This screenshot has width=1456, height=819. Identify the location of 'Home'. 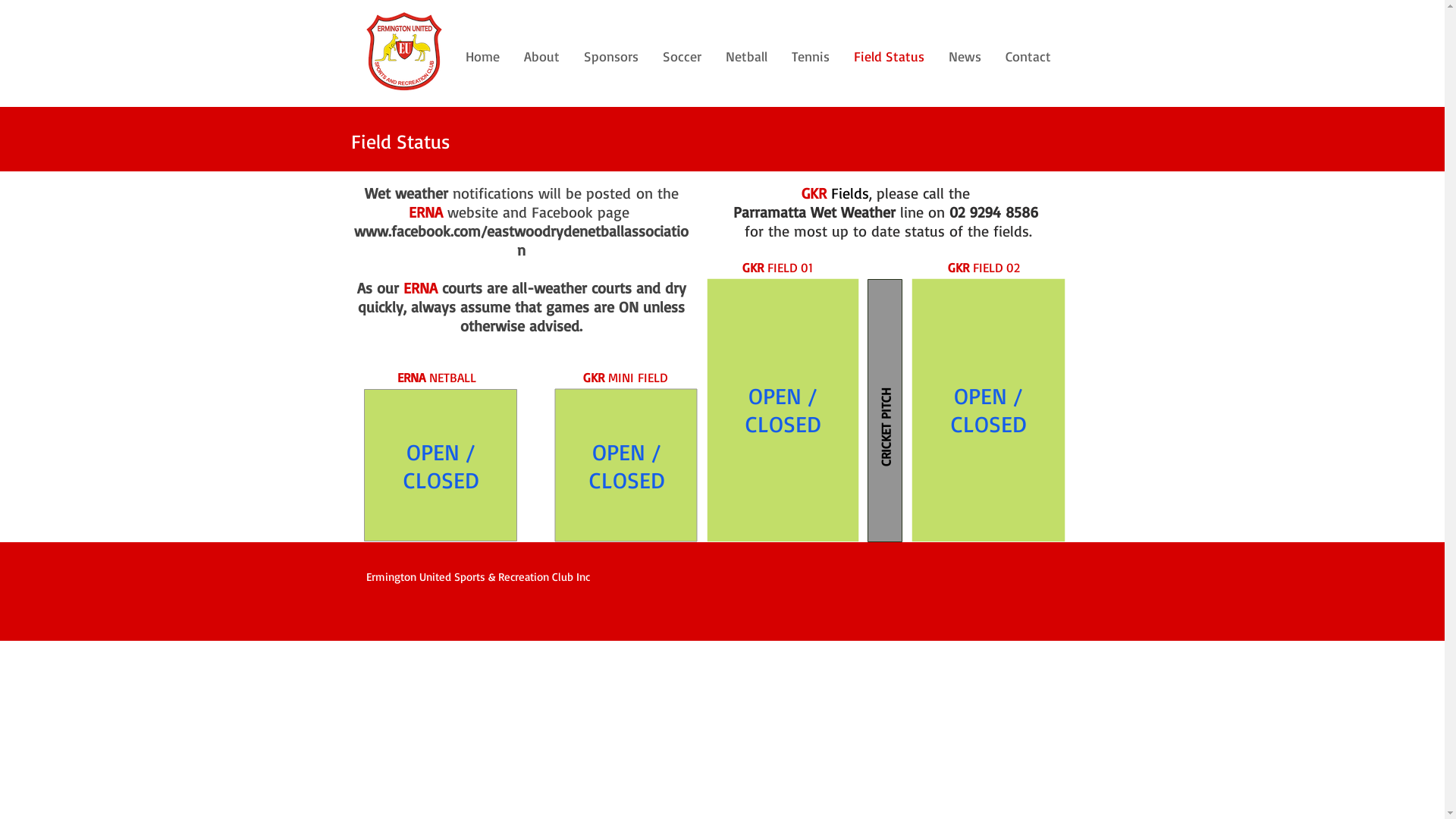
(482, 55).